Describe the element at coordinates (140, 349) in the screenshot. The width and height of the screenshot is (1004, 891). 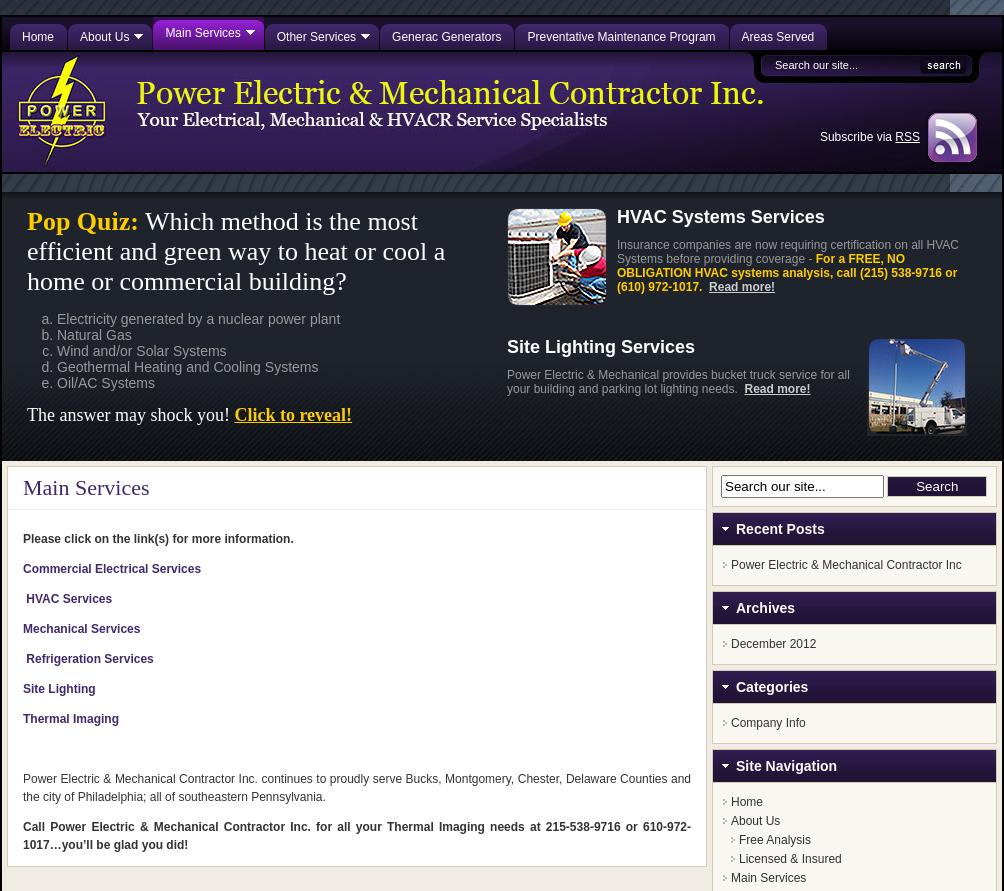
I see `'Wind and/or Solar Systems'` at that location.